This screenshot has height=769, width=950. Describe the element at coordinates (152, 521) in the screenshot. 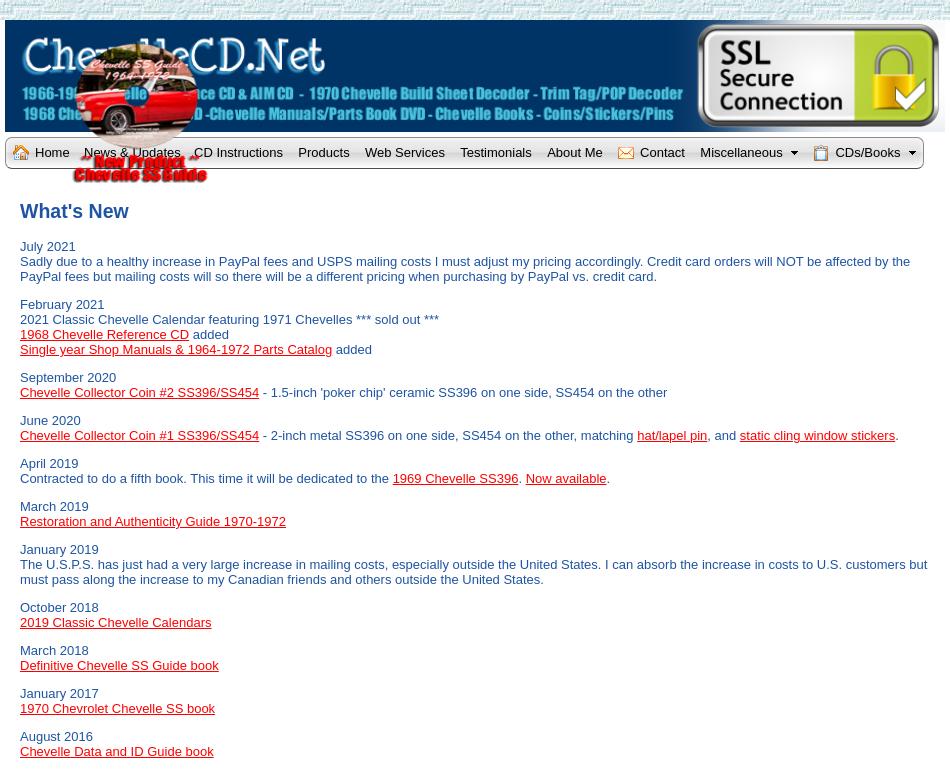

I see `'Restoration and Authenticity Guide 1970-1972'` at that location.